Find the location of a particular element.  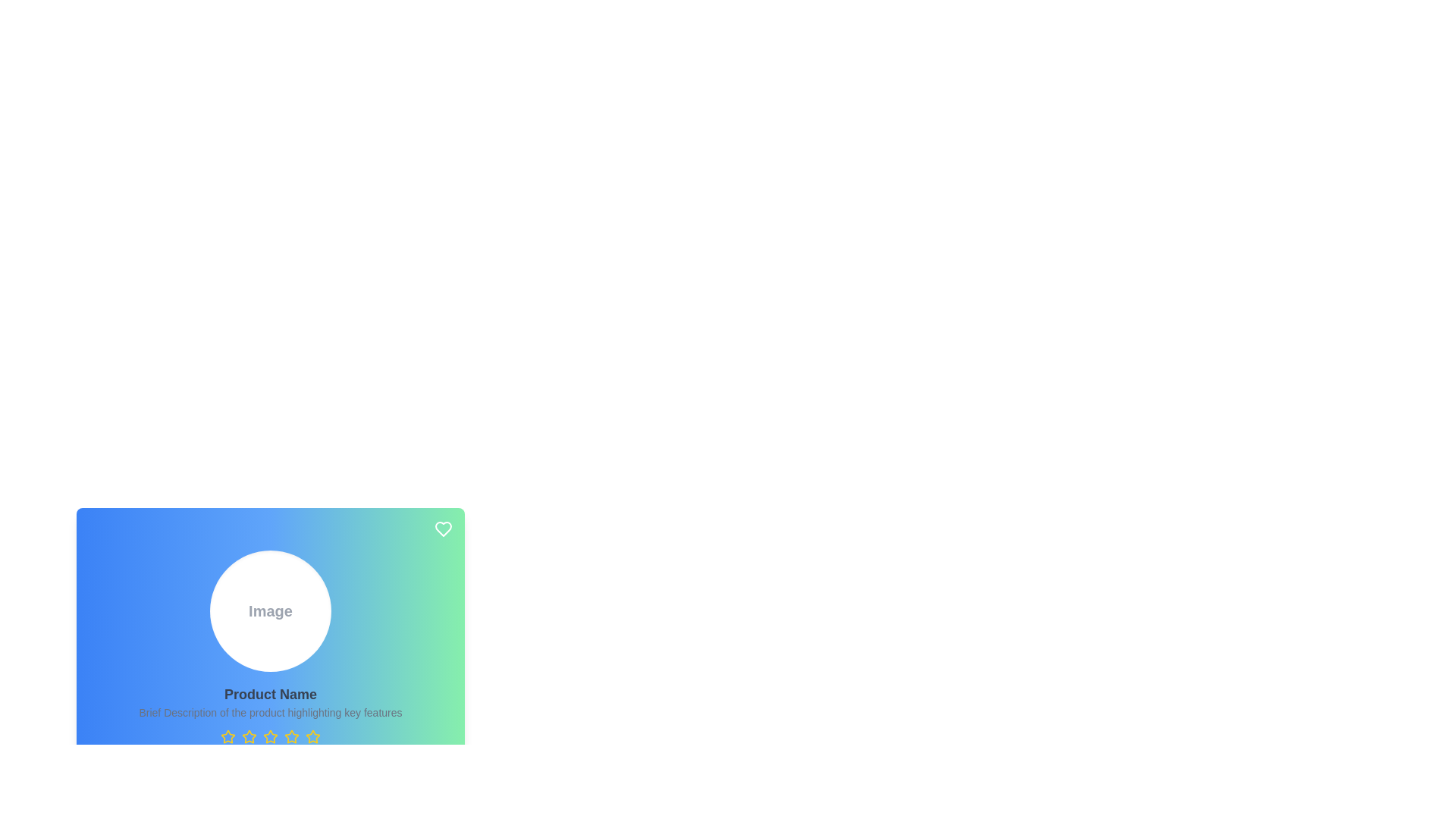

the fifth star-shaped icon used for ratings, which is the last in a series of five identical star icons at the bottom of a product card with a gradient background is located at coordinates (312, 736).